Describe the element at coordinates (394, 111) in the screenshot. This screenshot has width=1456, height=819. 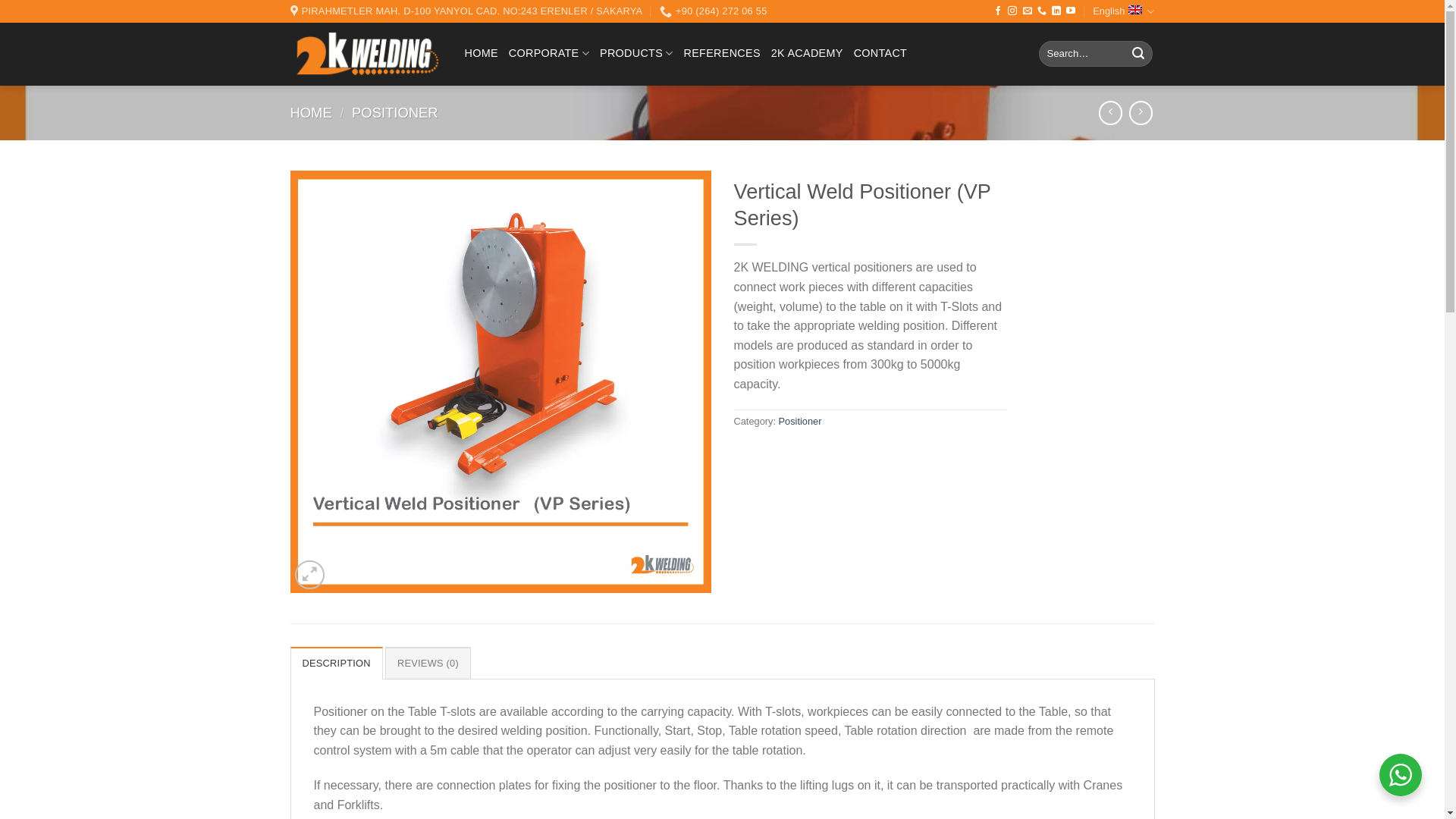
I see `'POSITIONER'` at that location.